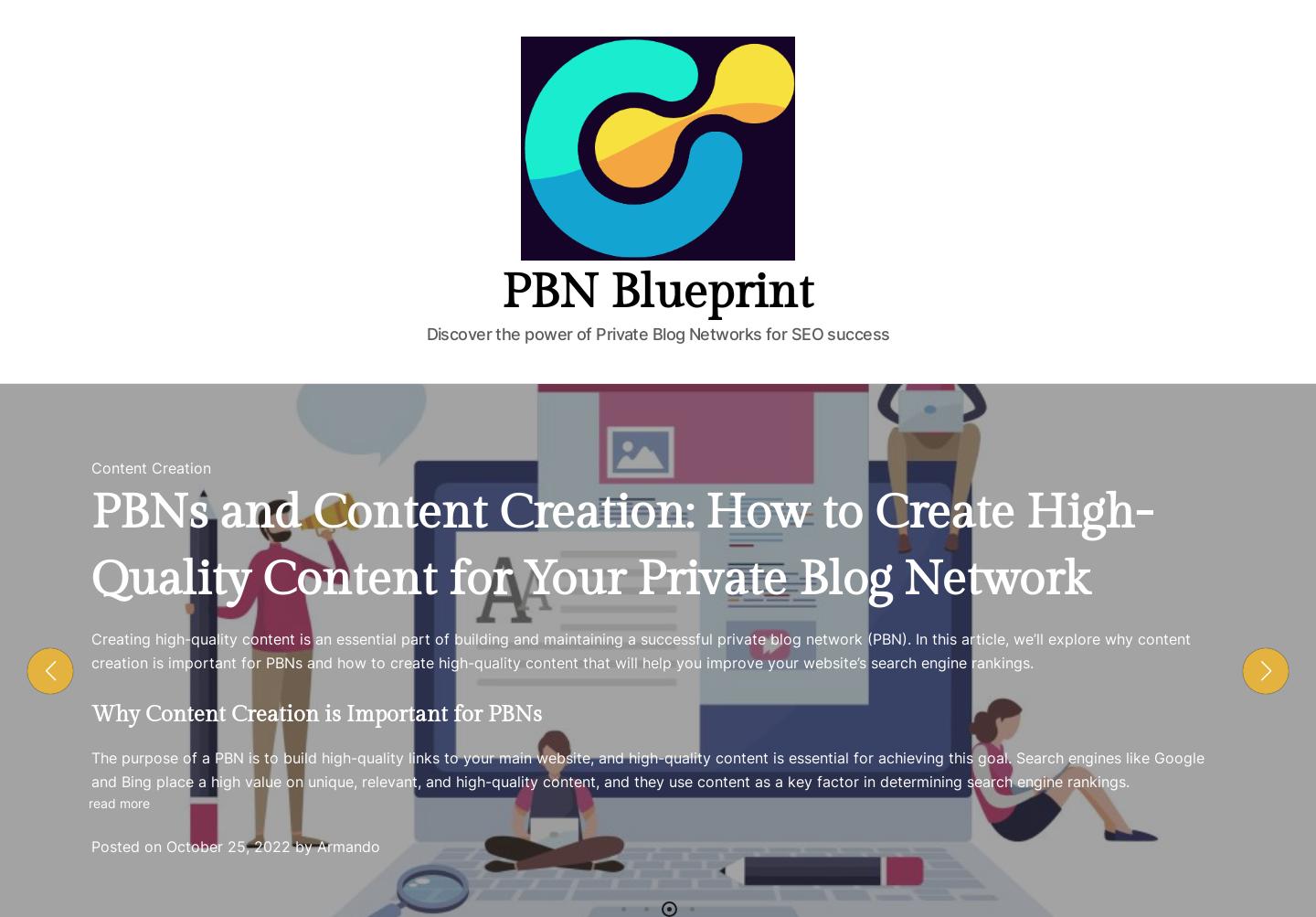 The width and height of the screenshot is (1316, 917). I want to click on 'February 10, 2023', so click(972, 108).